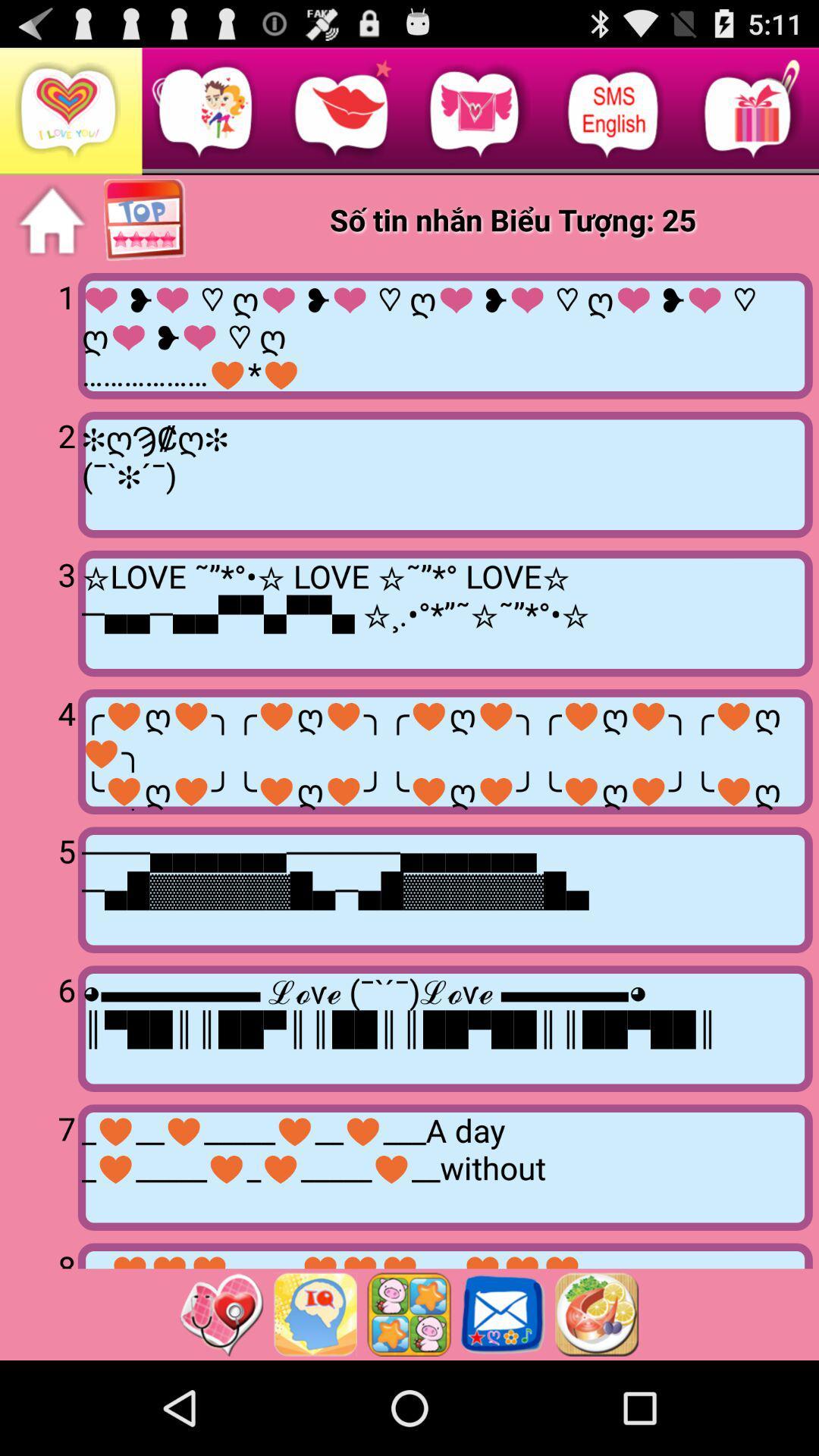 The width and height of the screenshot is (819, 1456). Describe the element at coordinates (444, 752) in the screenshot. I see `the app above the 5 icon` at that location.